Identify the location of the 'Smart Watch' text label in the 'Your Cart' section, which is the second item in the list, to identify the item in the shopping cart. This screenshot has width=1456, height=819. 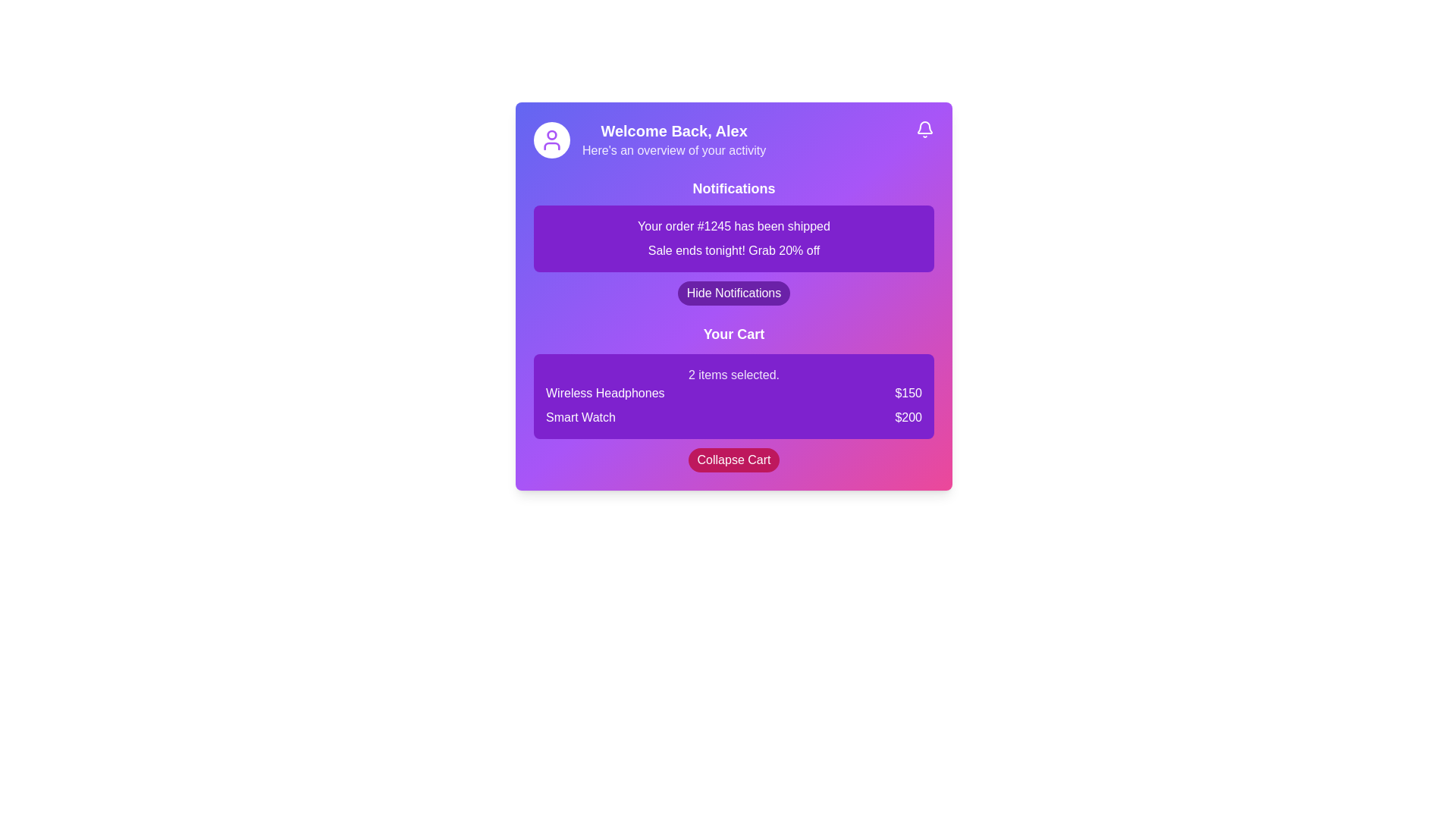
(579, 418).